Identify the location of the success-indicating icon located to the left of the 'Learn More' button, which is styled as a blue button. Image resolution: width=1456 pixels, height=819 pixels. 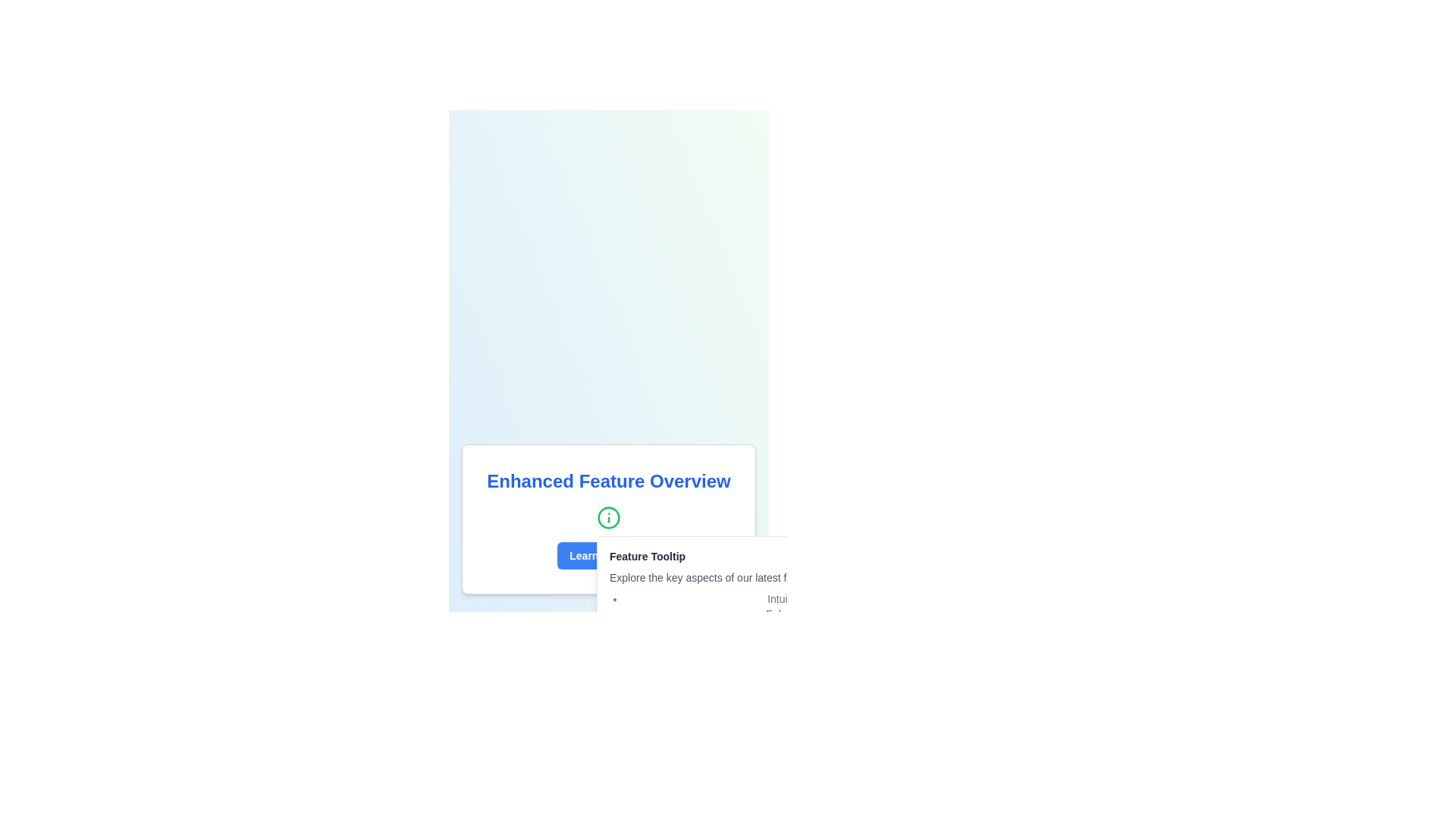
(640, 555).